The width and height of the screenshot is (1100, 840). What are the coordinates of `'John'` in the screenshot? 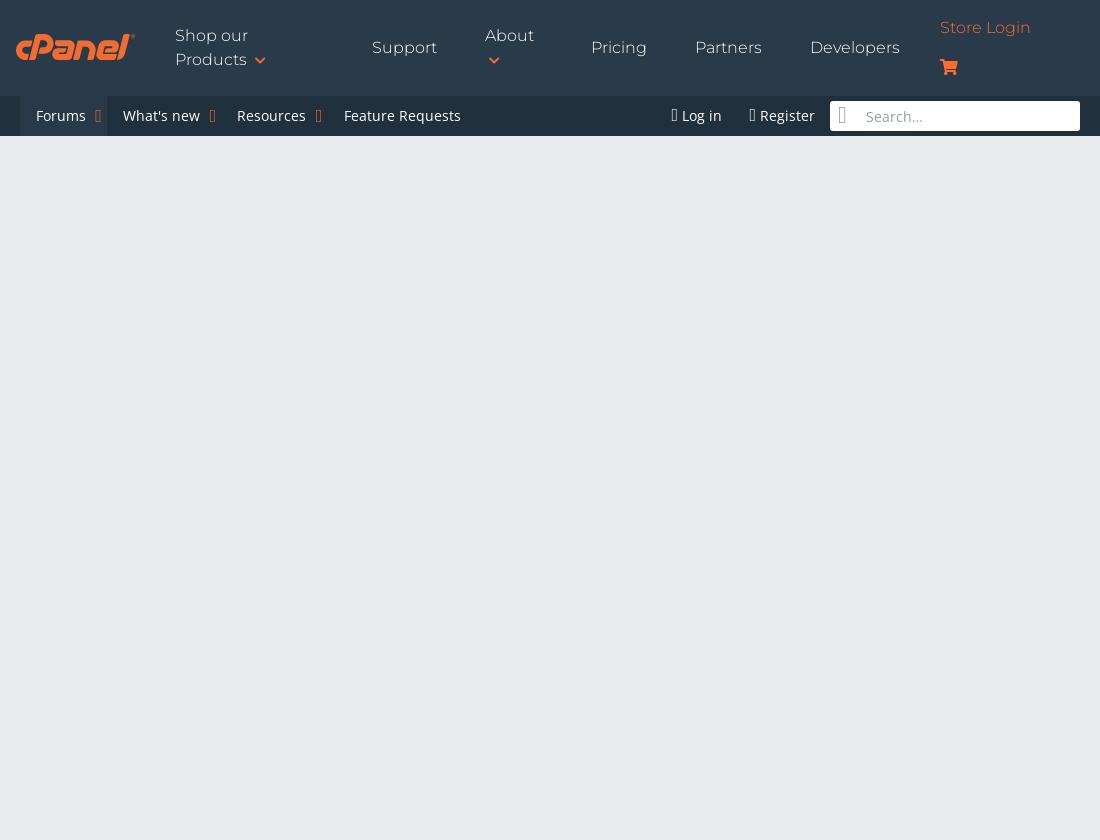 It's located at (44, 583).